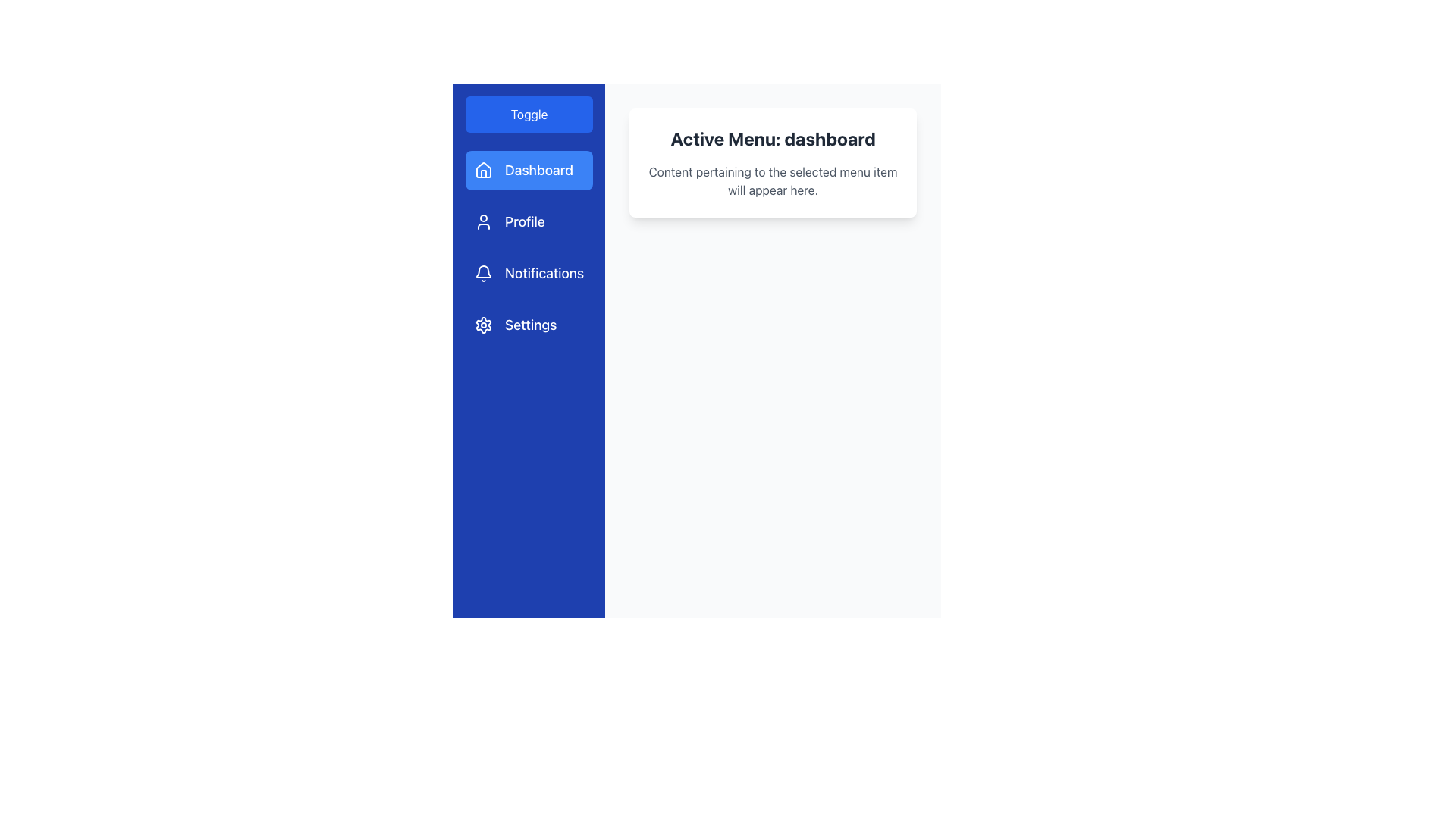 This screenshot has width=1456, height=819. I want to click on the bell icon in the vertical navigation menu associated with the 'Notifications' text, which is located to the left of the text, so click(483, 274).